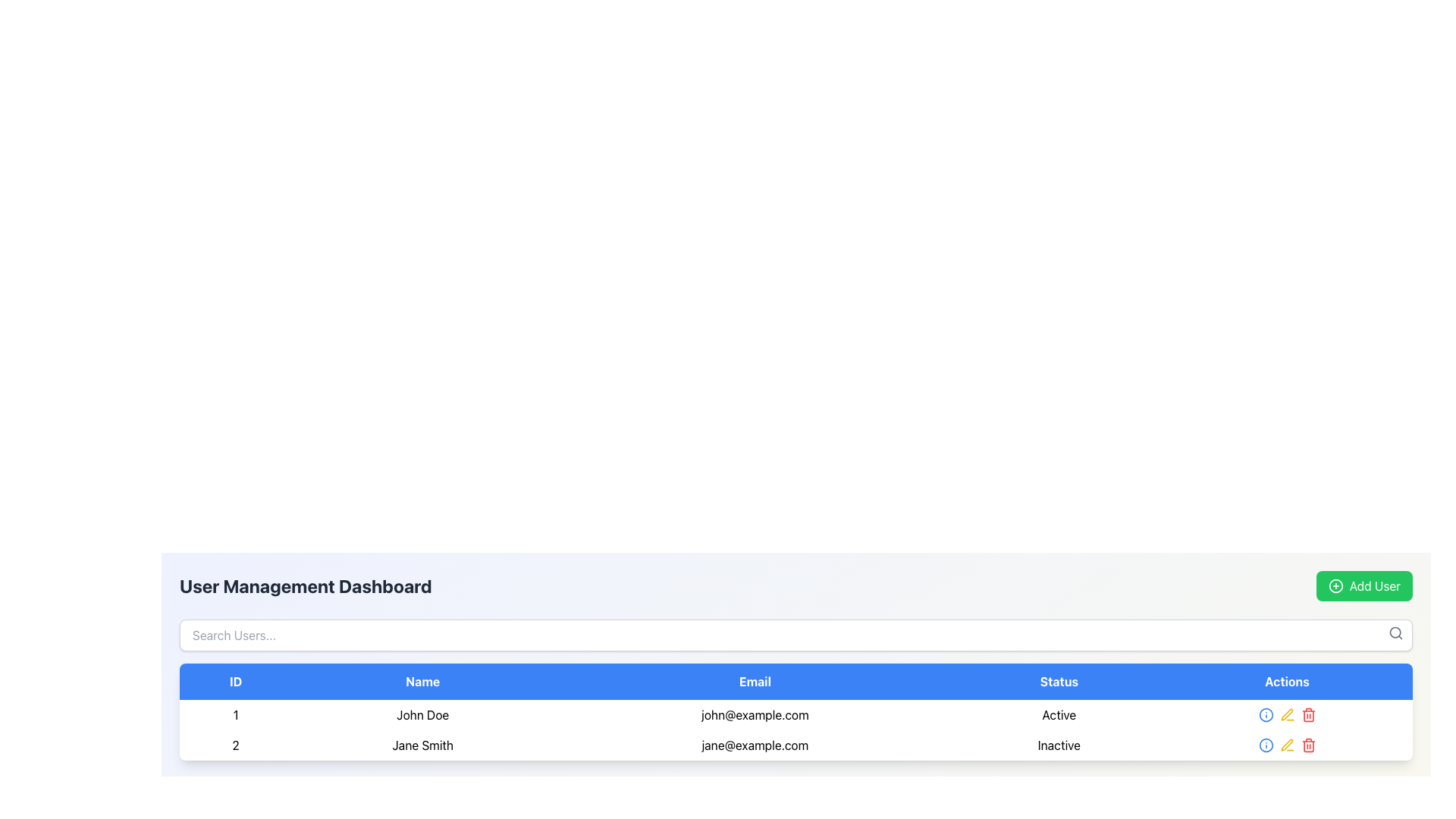 This screenshot has height=819, width=1456. Describe the element at coordinates (1286, 745) in the screenshot. I see `the Icon Button in the Actions column of the second row corresponding to 'Jane Smith'` at that location.